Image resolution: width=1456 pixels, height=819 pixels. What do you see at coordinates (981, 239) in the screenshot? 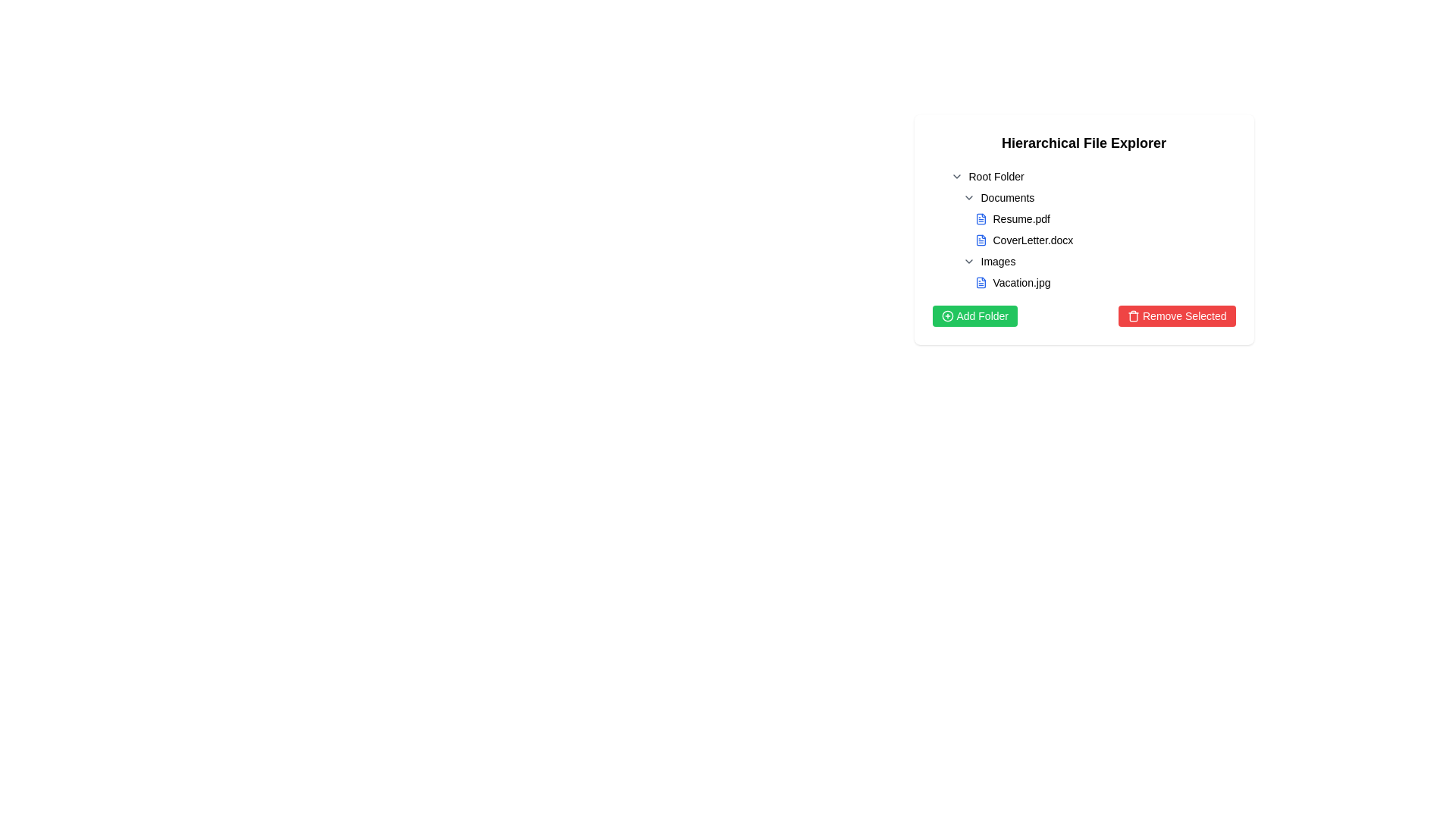
I see `the document file icon representing 'CoverLetter.docx'` at bounding box center [981, 239].